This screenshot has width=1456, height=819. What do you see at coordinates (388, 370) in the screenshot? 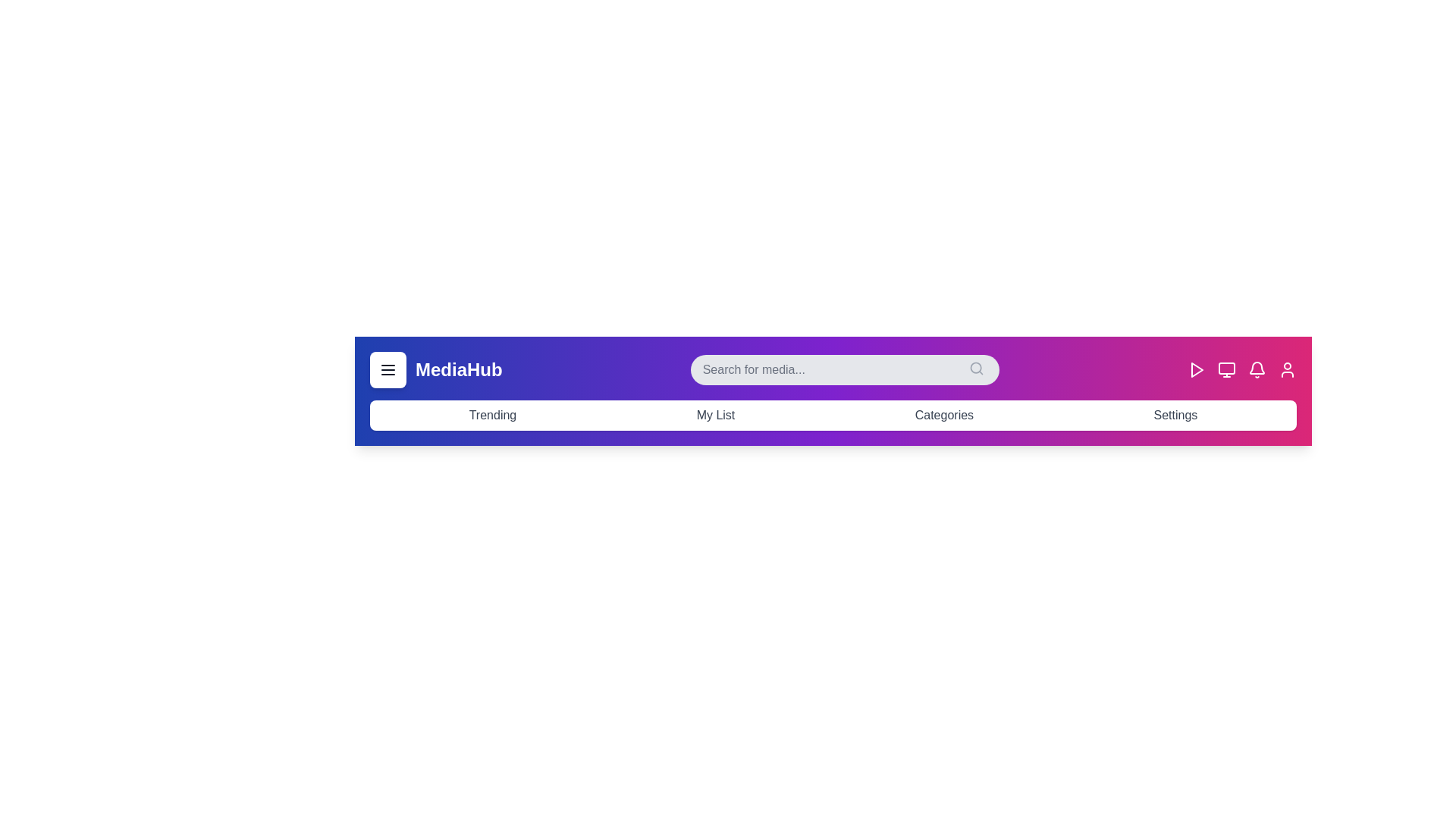
I see `the menu button to toggle the visibility of the navigation menu` at bounding box center [388, 370].